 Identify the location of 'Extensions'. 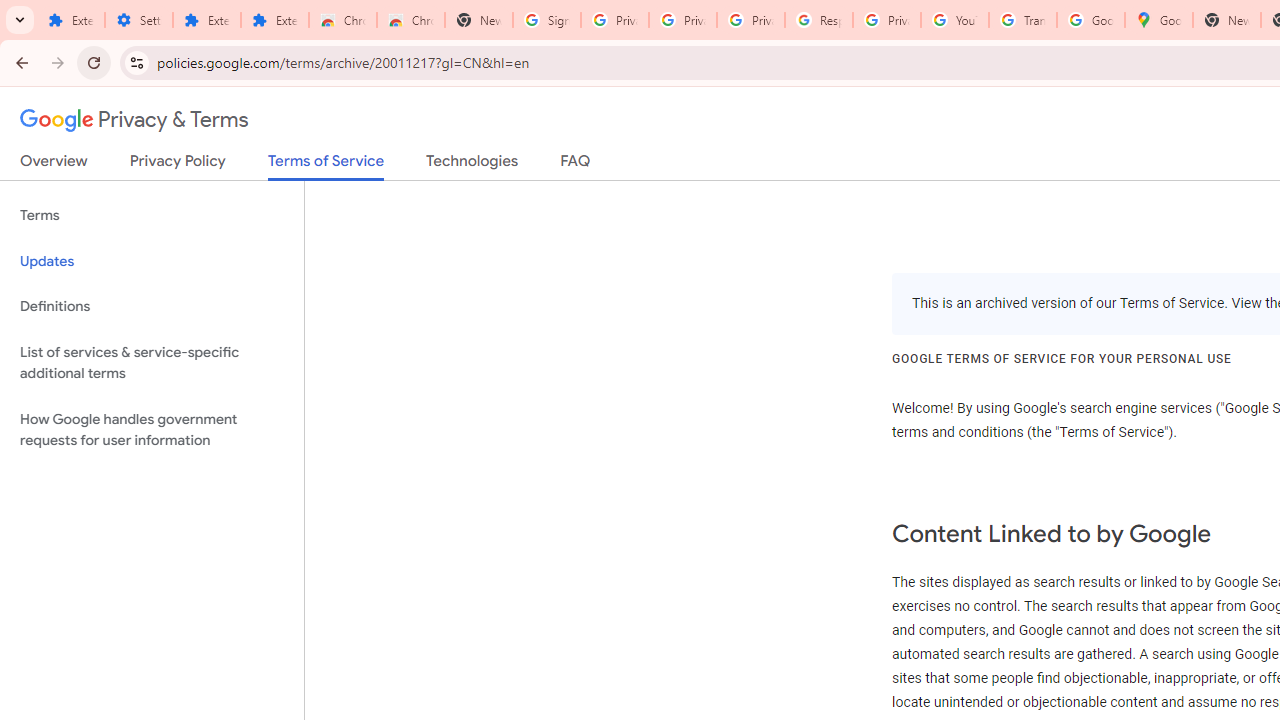
(206, 20).